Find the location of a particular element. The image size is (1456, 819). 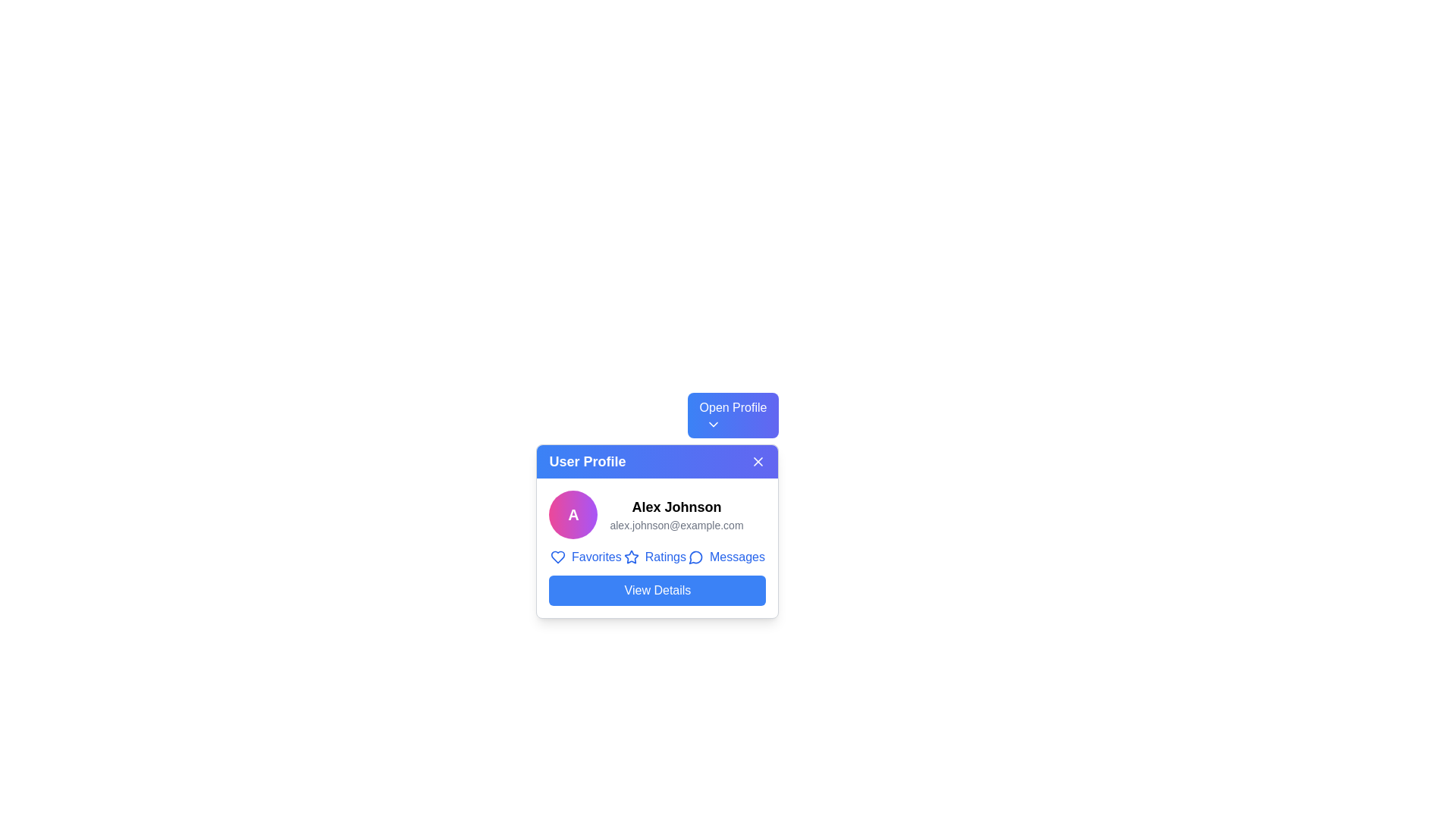

the 'Favorites' text label, which is styled in blue and located near a heart icon in the user card interface under 'User Profile' is located at coordinates (595, 557).